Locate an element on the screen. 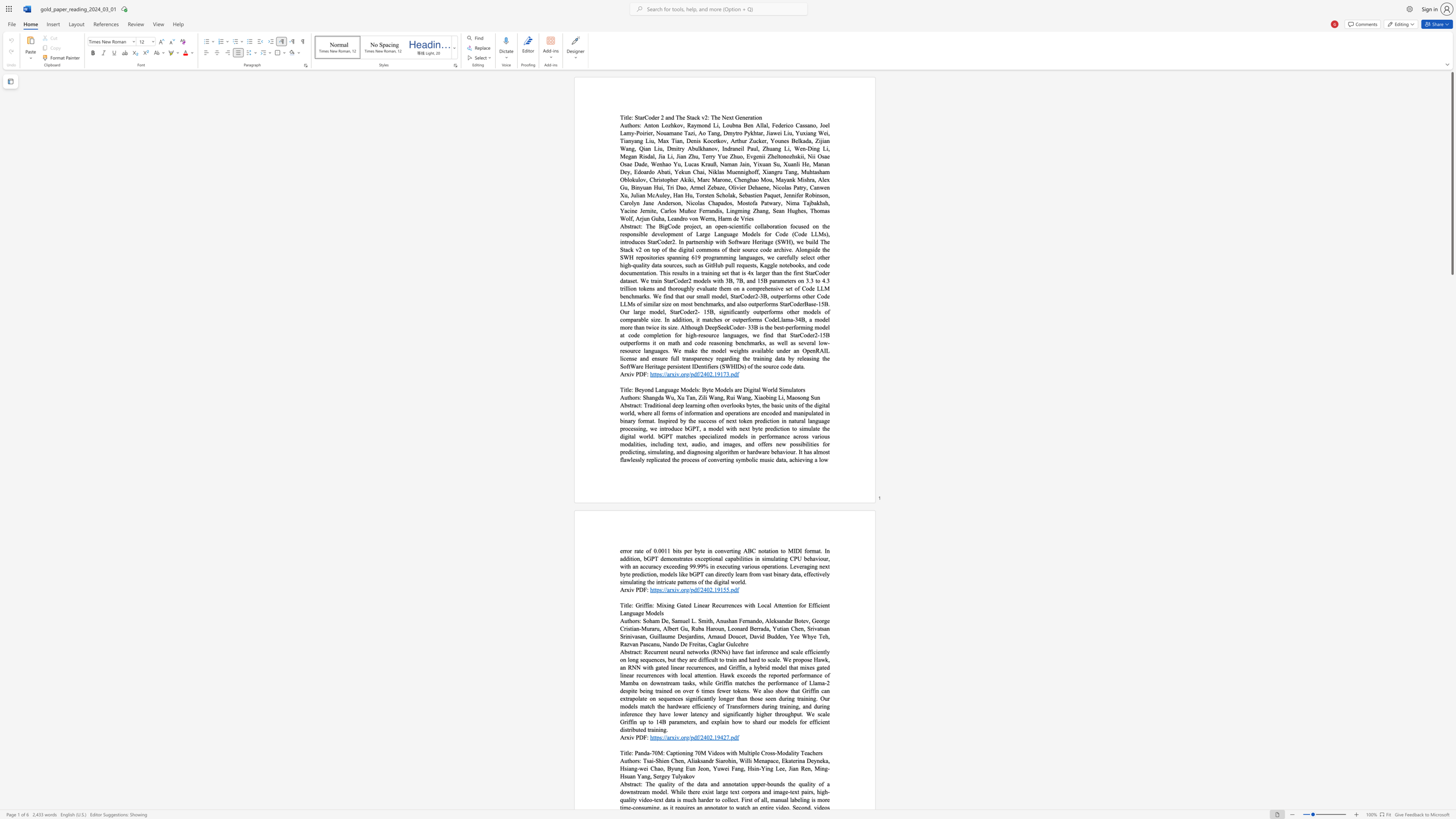 The height and width of the screenshot is (819, 1456). the scrollbar to slide the page down is located at coordinates (1451, 447).